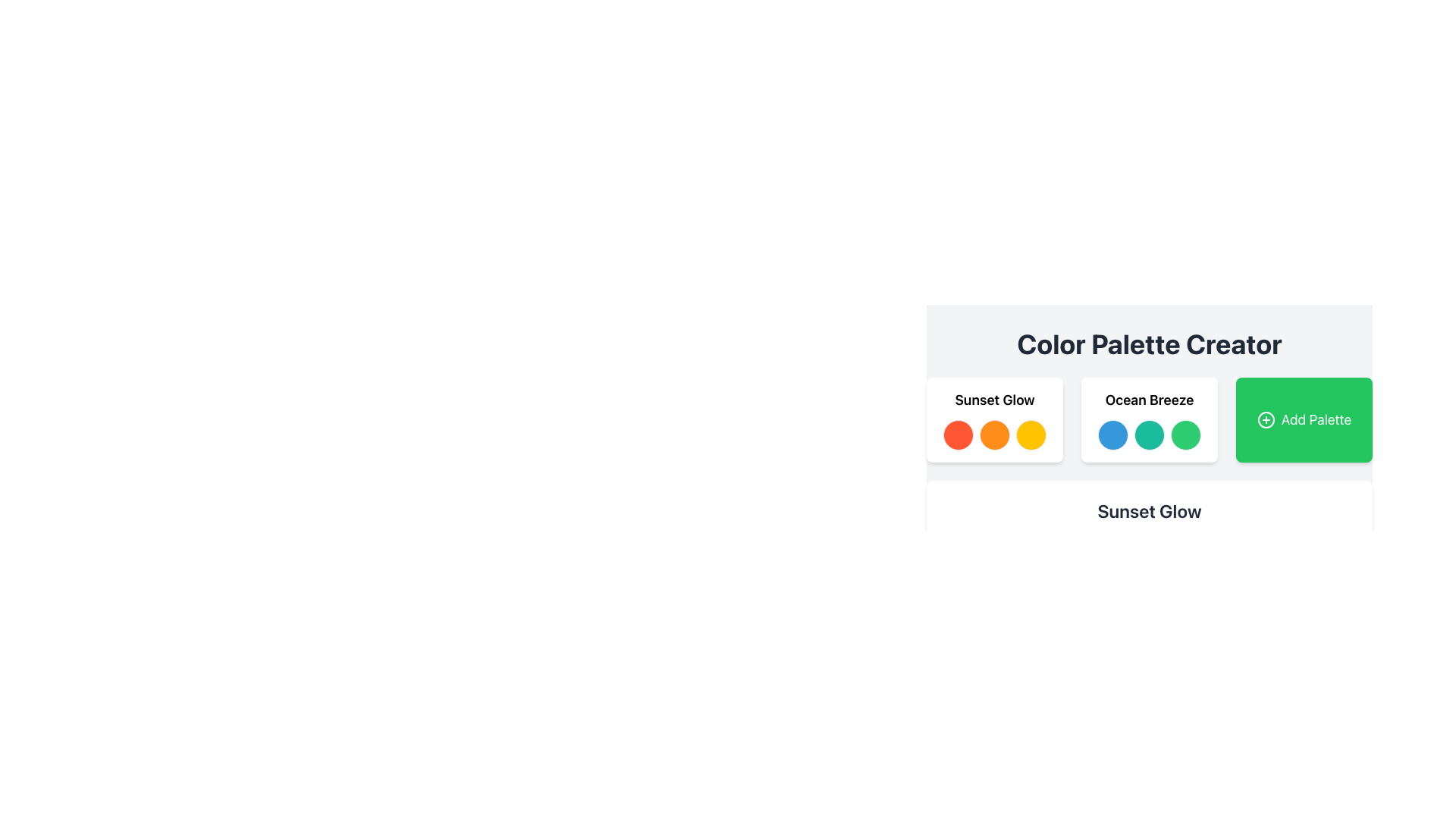  What do you see at coordinates (1150, 400) in the screenshot?
I see `the Text Label element displaying 'Ocean Breeze', which is styled as a bold headline at the top-center of a card layout` at bounding box center [1150, 400].